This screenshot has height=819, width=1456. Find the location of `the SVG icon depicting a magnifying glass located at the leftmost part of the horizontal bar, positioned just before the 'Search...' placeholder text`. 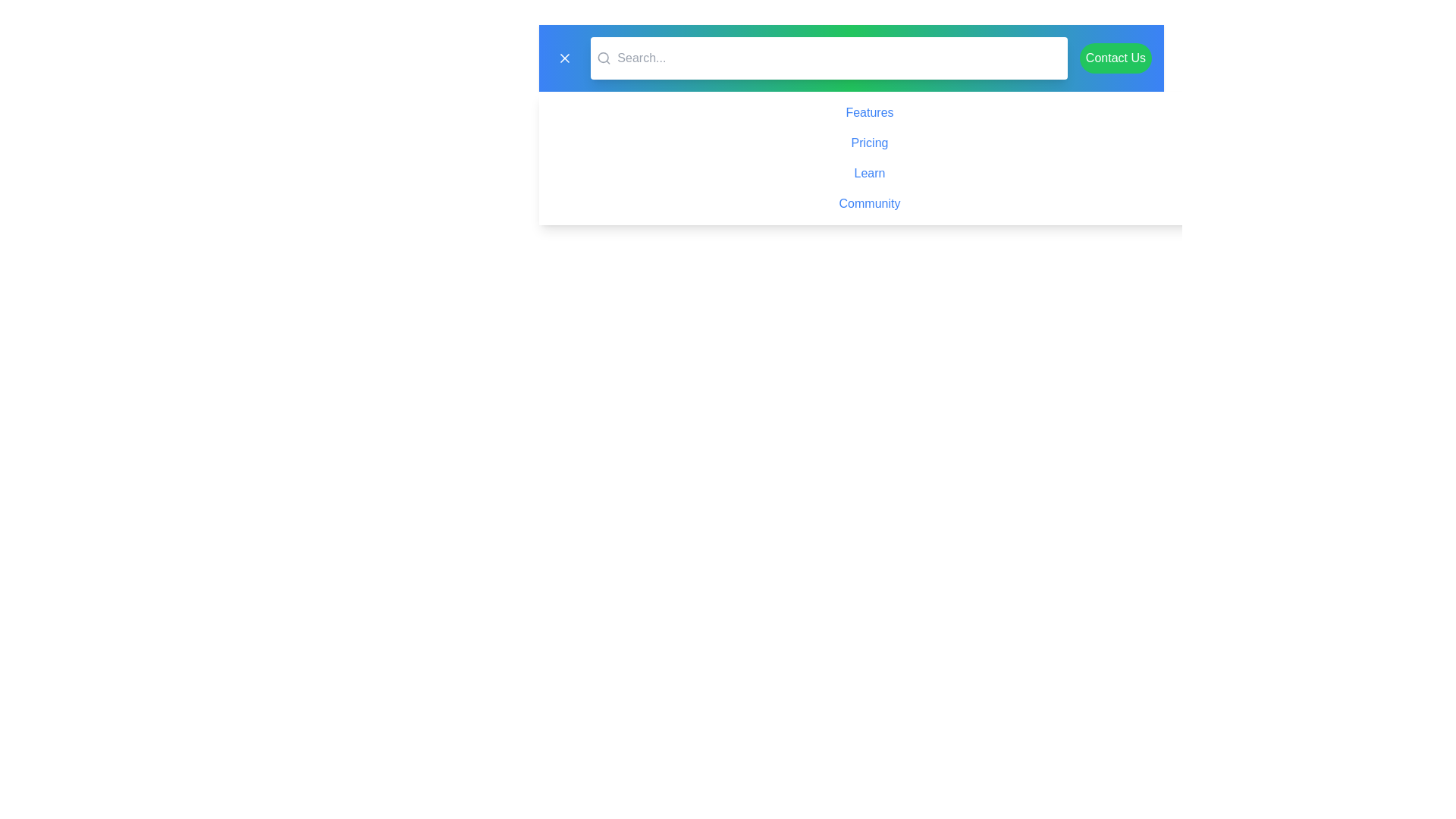

the SVG icon depicting a magnifying glass located at the leftmost part of the horizontal bar, positioned just before the 'Search...' placeholder text is located at coordinates (603, 58).